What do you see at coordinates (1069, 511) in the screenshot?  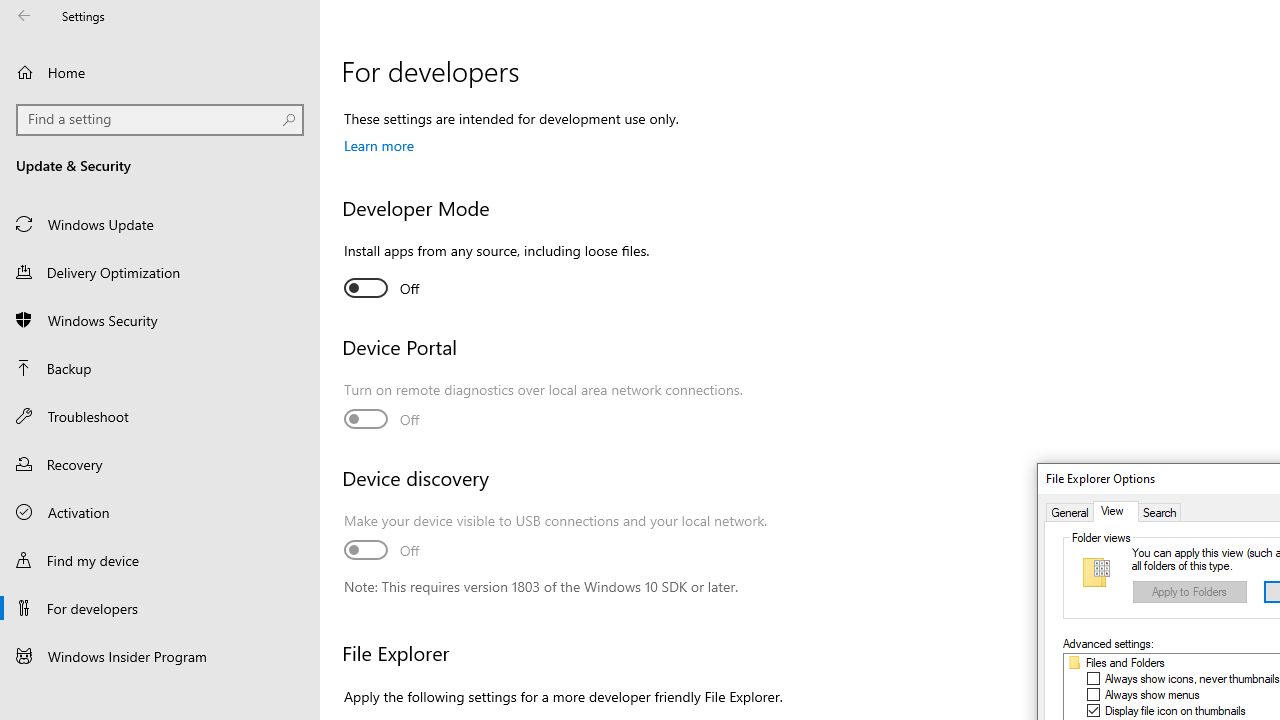 I see `'General'` at bounding box center [1069, 511].